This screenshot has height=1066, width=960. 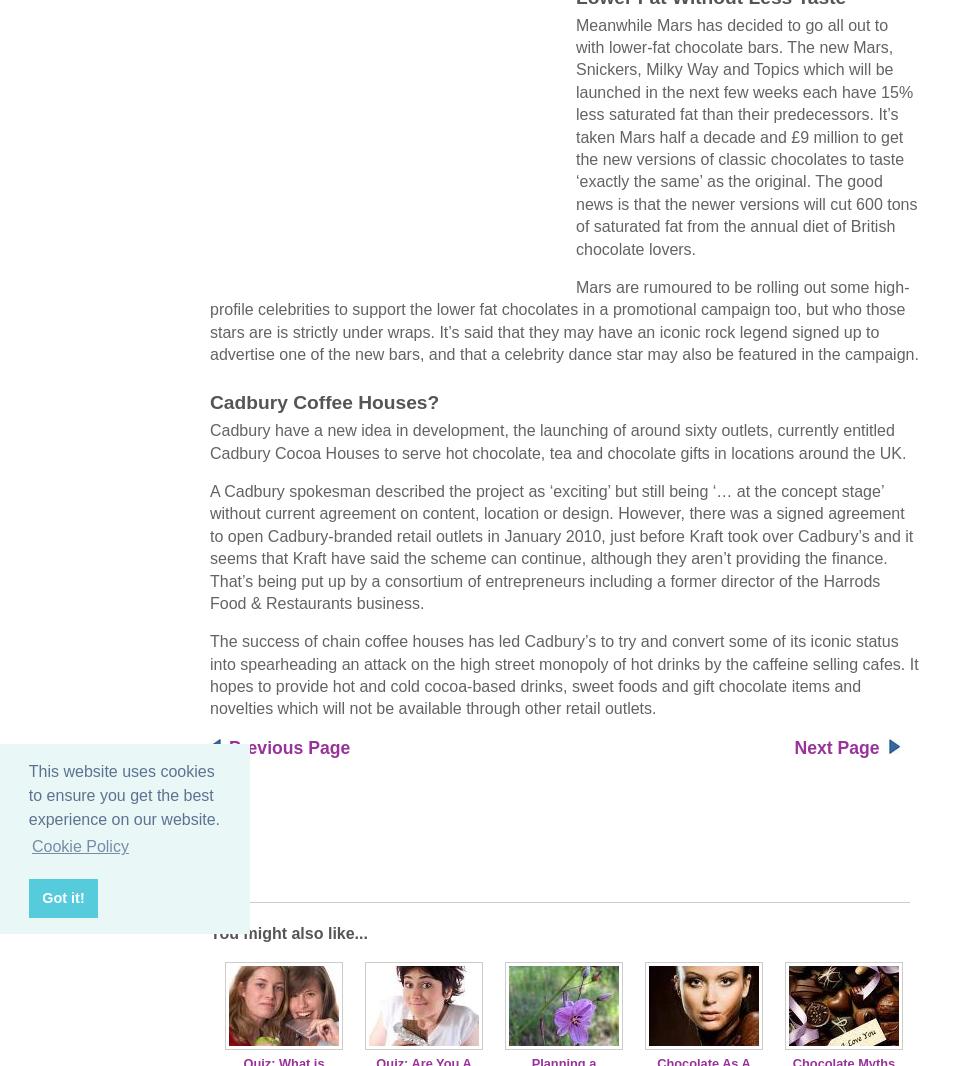 What do you see at coordinates (564, 320) in the screenshot?
I see `'Mars are rumoured to be rolling out some high-profile celebrities to support the lower fat chocolates in a promotional campaign too, but who those stars are is strictly under wraps. It’s said that they may have an iconic rock legend signed up to advertise one of the new bars, and that a celebrity dance star may also be featured in the campaign.'` at bounding box center [564, 320].